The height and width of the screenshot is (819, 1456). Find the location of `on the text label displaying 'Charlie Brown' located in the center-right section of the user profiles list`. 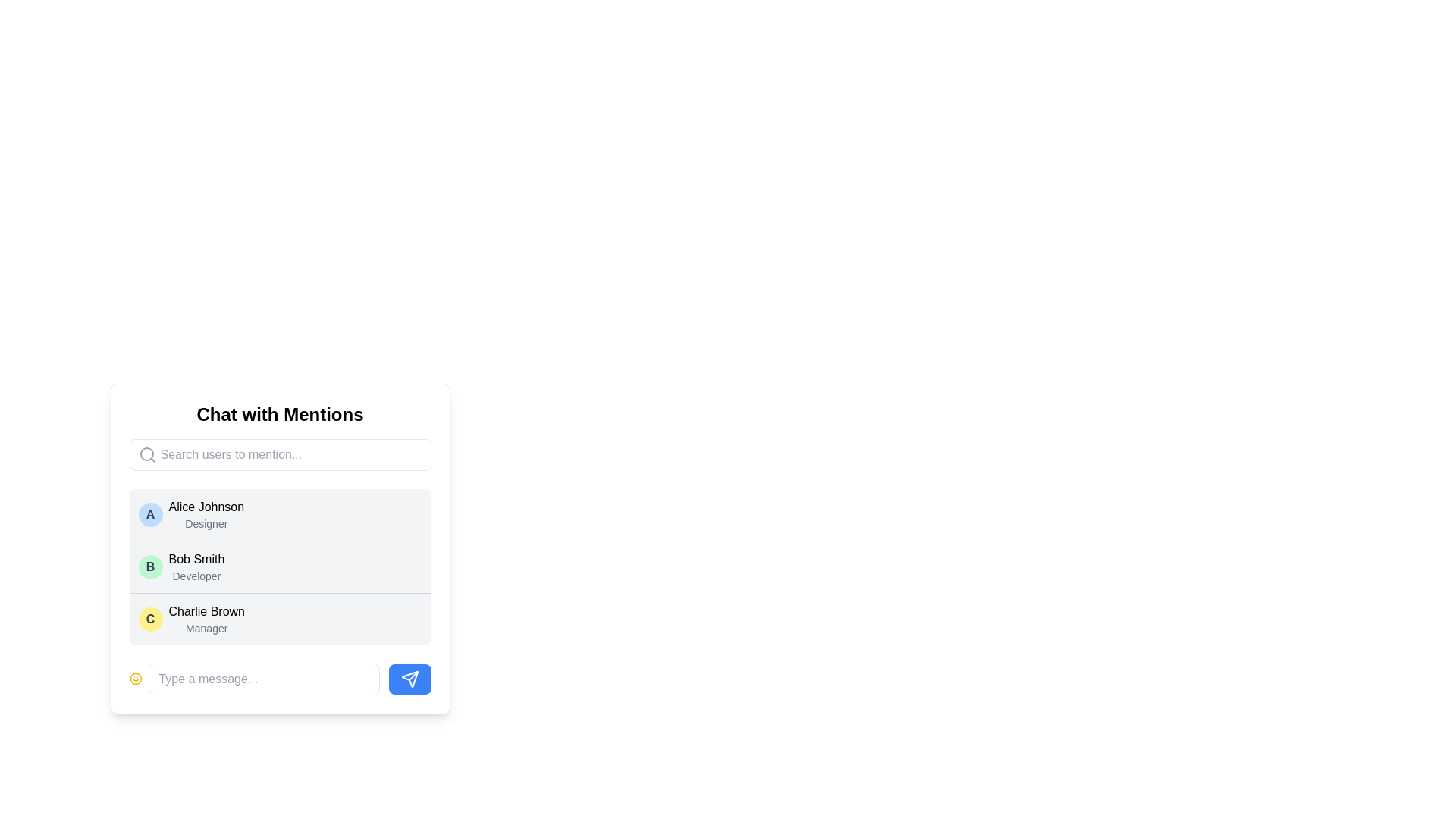

on the text label displaying 'Charlie Brown' located in the center-right section of the user profiles list is located at coordinates (206, 610).